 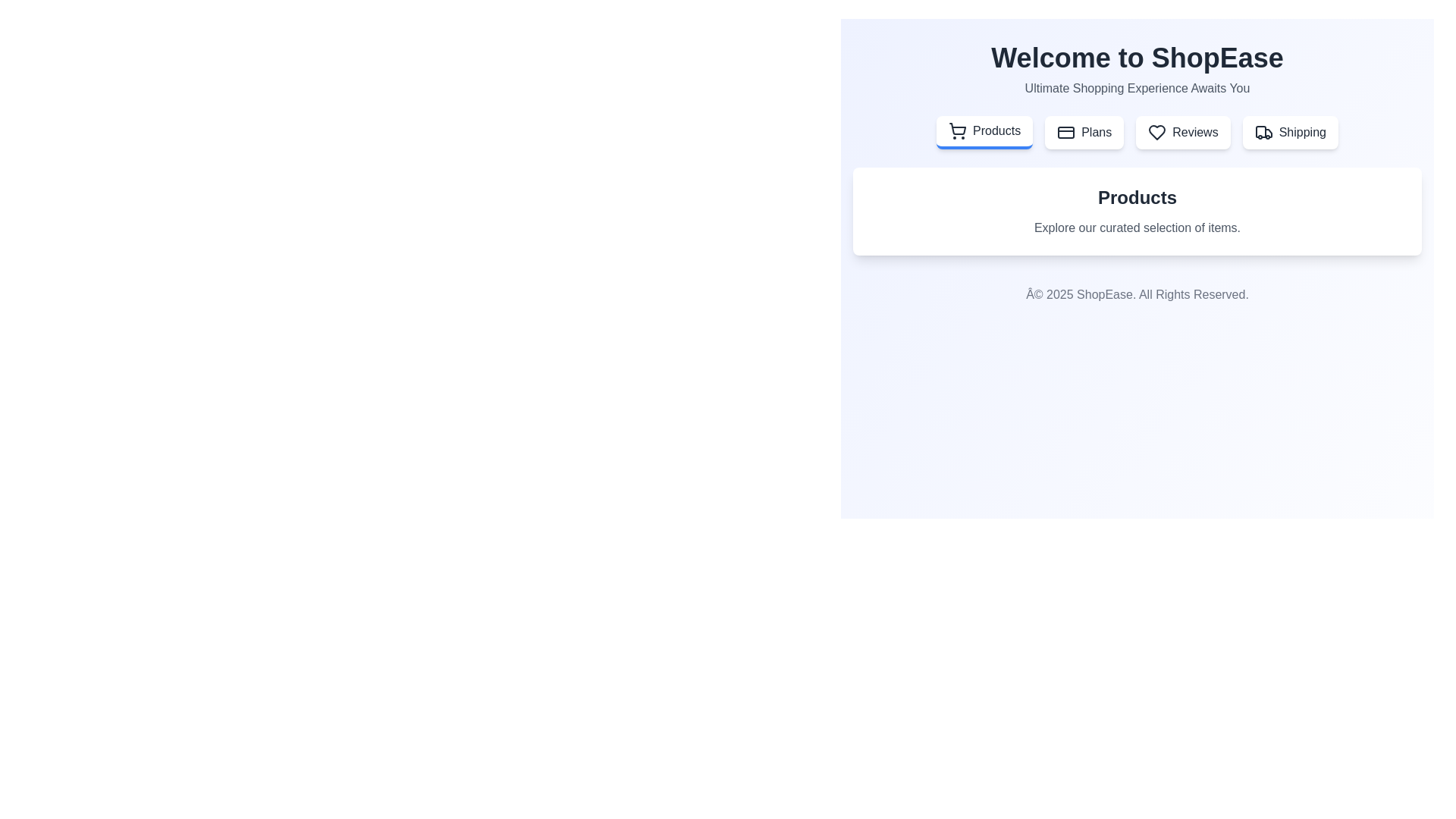 I want to click on the shopping cart icon located within the button labeled 'Products', positioned to the left of the text 'Products', so click(x=956, y=130).